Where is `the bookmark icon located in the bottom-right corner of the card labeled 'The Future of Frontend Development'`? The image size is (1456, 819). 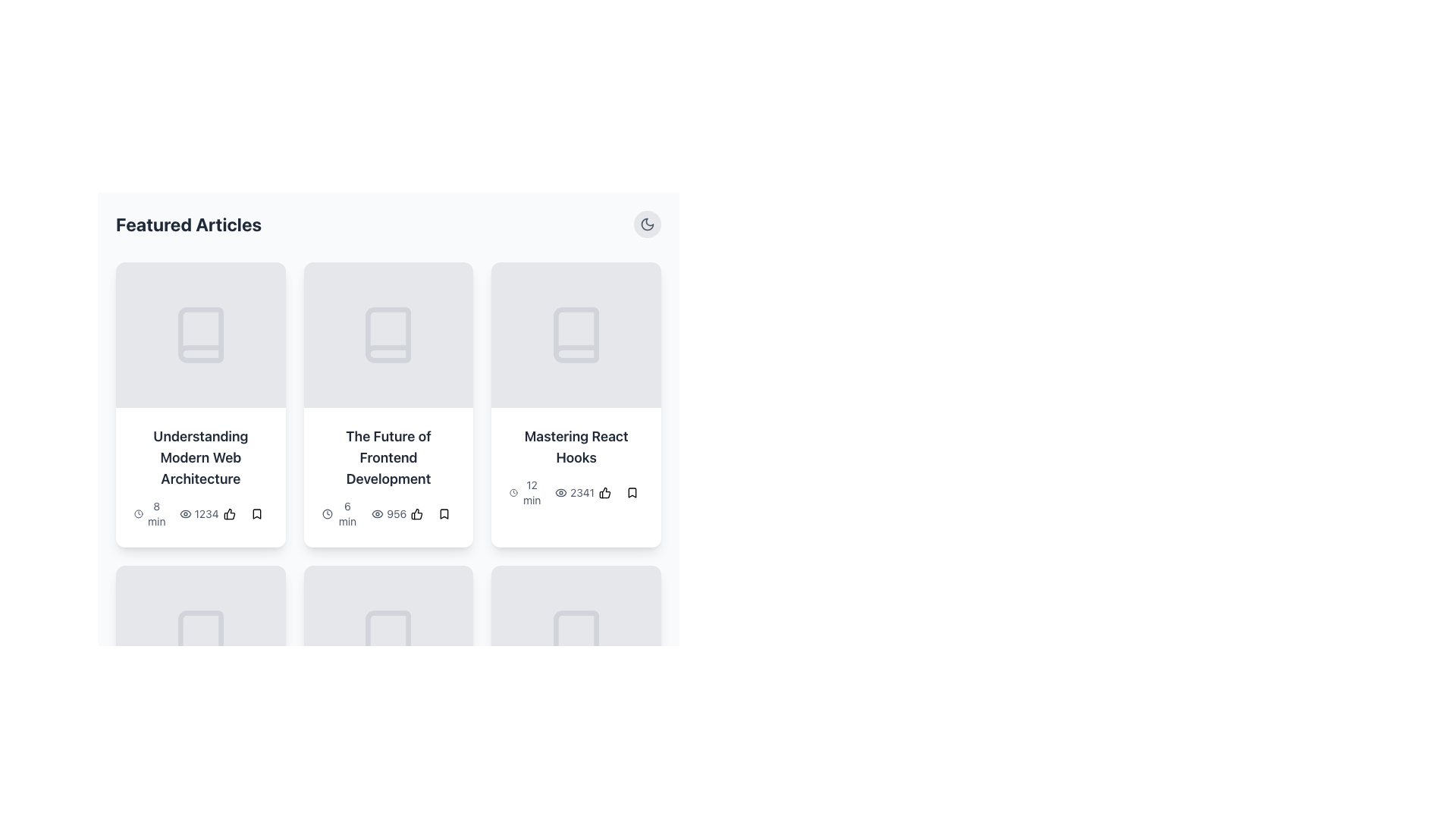 the bookmark icon located in the bottom-right corner of the card labeled 'The Future of Frontend Development' is located at coordinates (444, 513).